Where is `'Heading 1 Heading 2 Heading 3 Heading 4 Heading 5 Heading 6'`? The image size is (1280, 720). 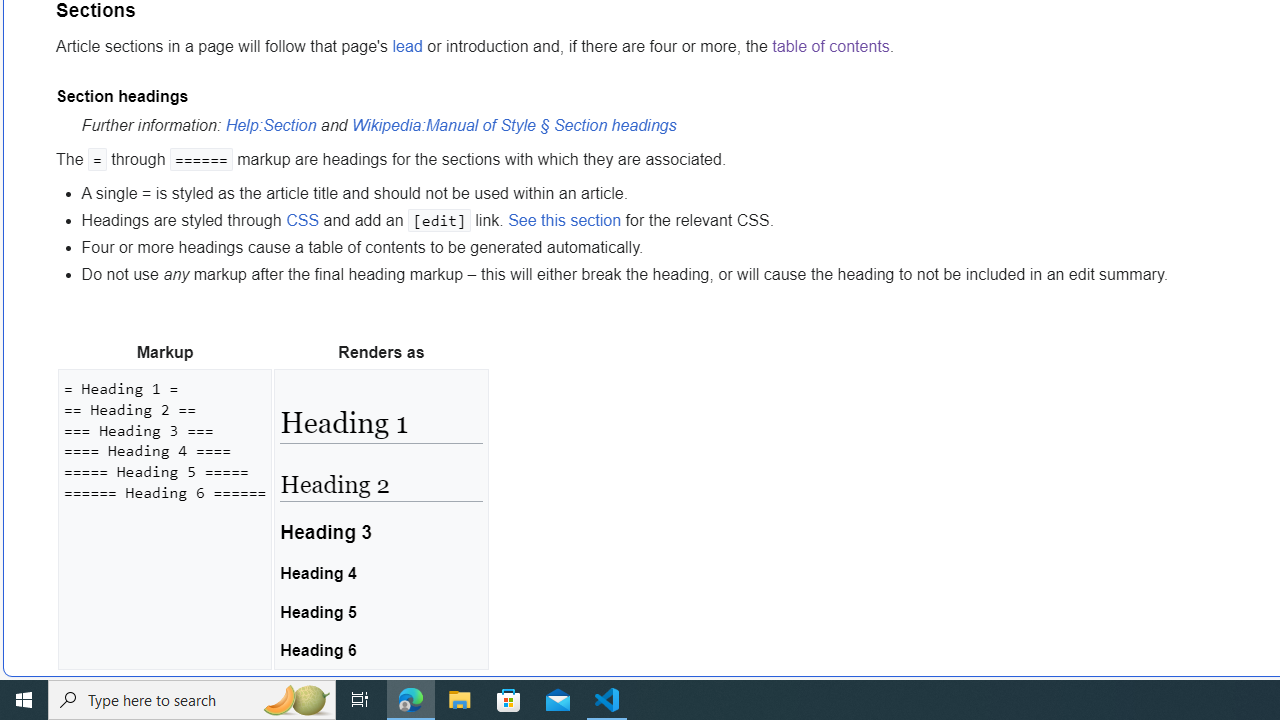
'Heading 1 Heading 2 Heading 3 Heading 4 Heading 5 Heading 6' is located at coordinates (381, 518).